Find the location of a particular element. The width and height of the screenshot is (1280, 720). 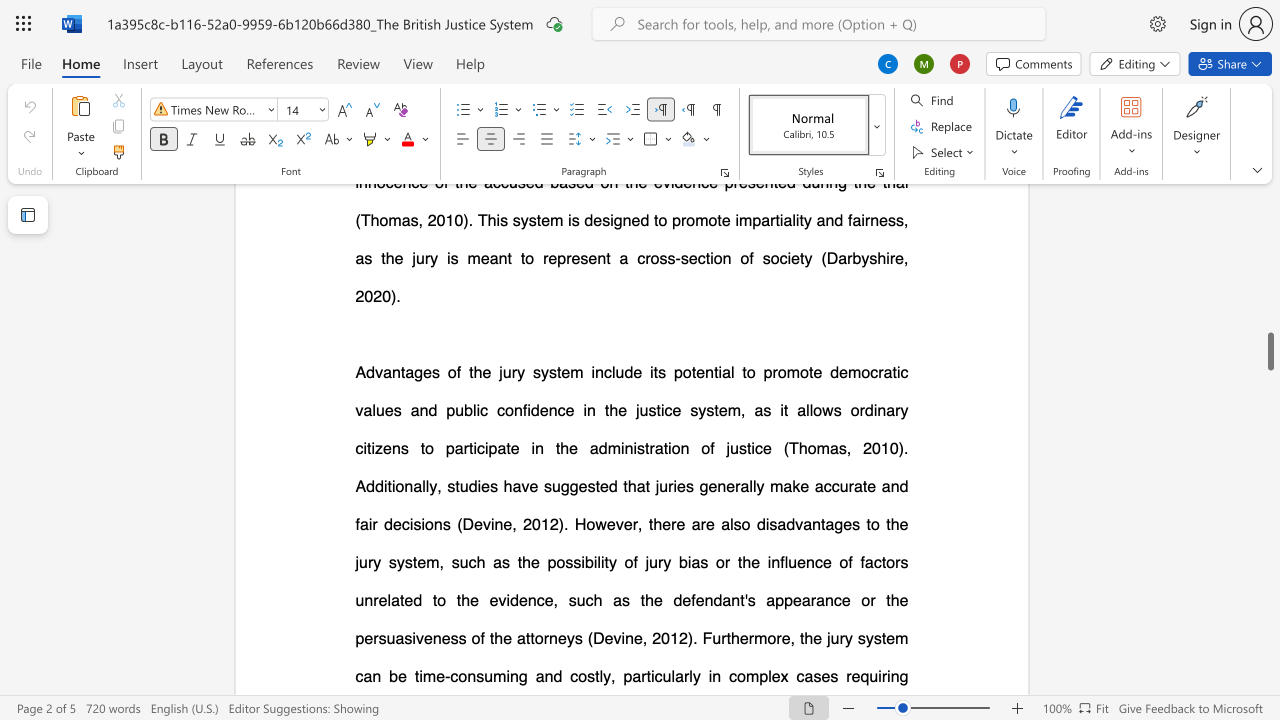

the scrollbar to scroll the page up is located at coordinates (1269, 210).